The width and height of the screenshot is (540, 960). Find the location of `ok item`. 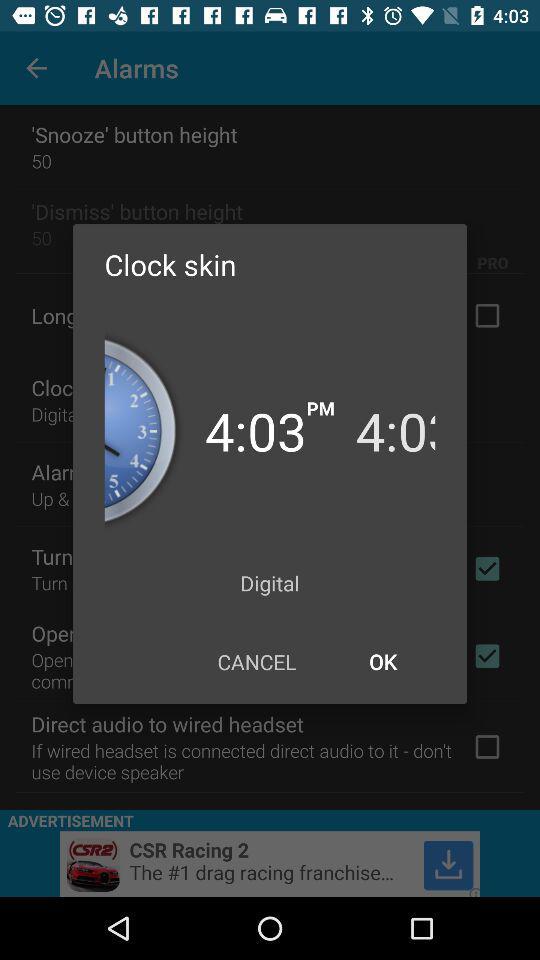

ok item is located at coordinates (382, 661).